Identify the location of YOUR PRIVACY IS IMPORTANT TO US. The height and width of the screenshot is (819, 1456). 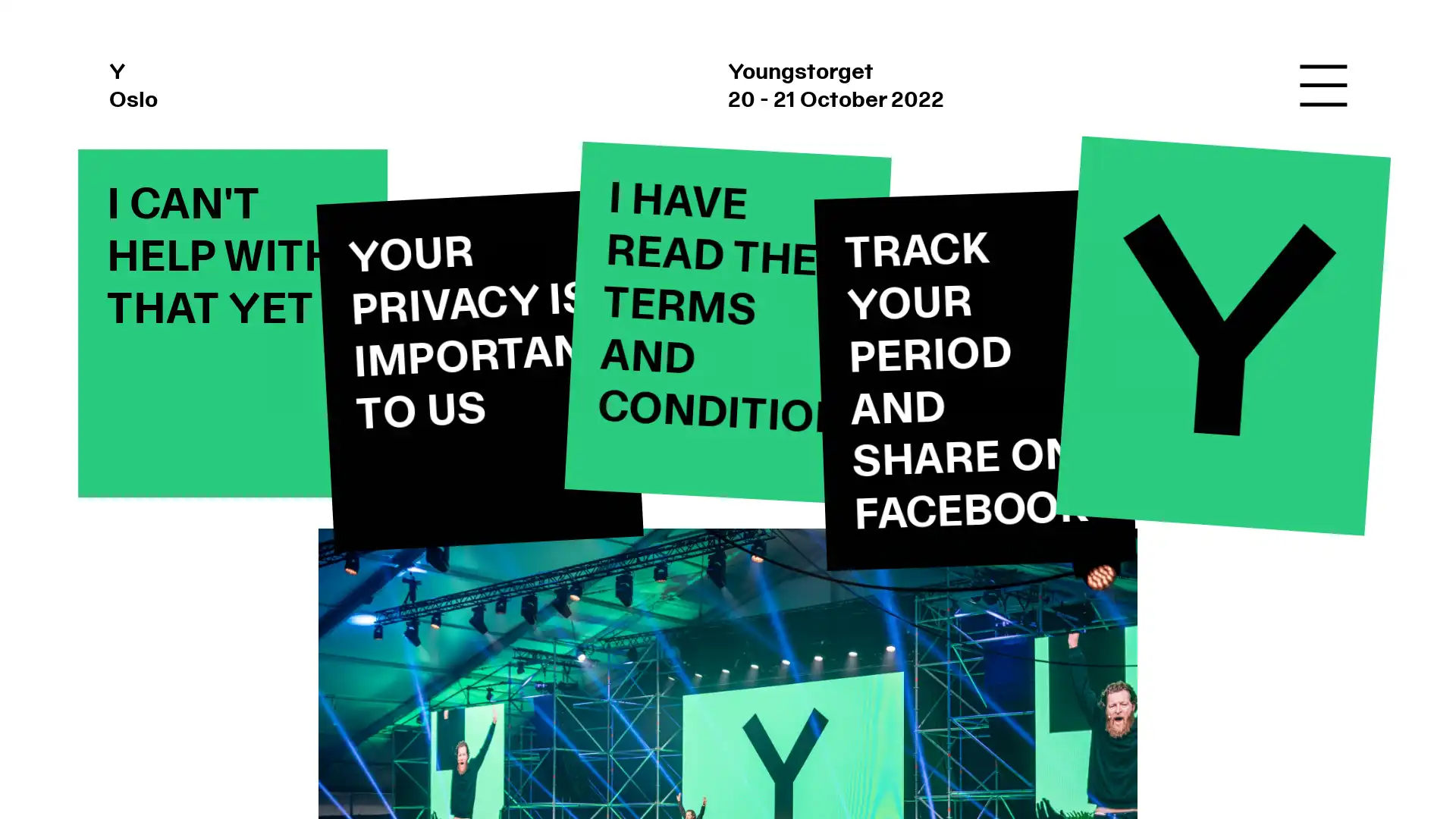
(479, 370).